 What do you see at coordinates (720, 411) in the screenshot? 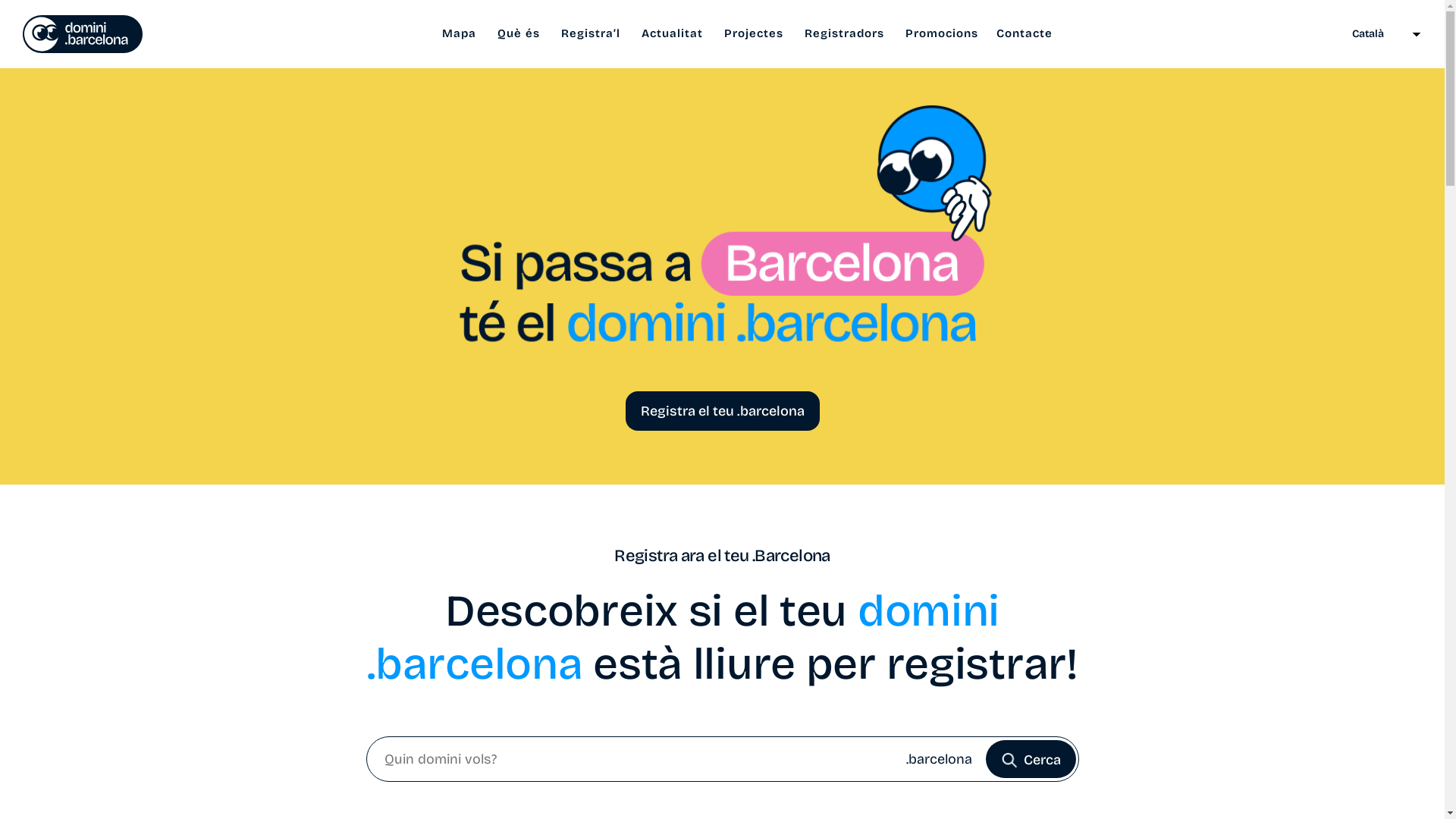
I see `'Registra el teu .barcelona'` at bounding box center [720, 411].